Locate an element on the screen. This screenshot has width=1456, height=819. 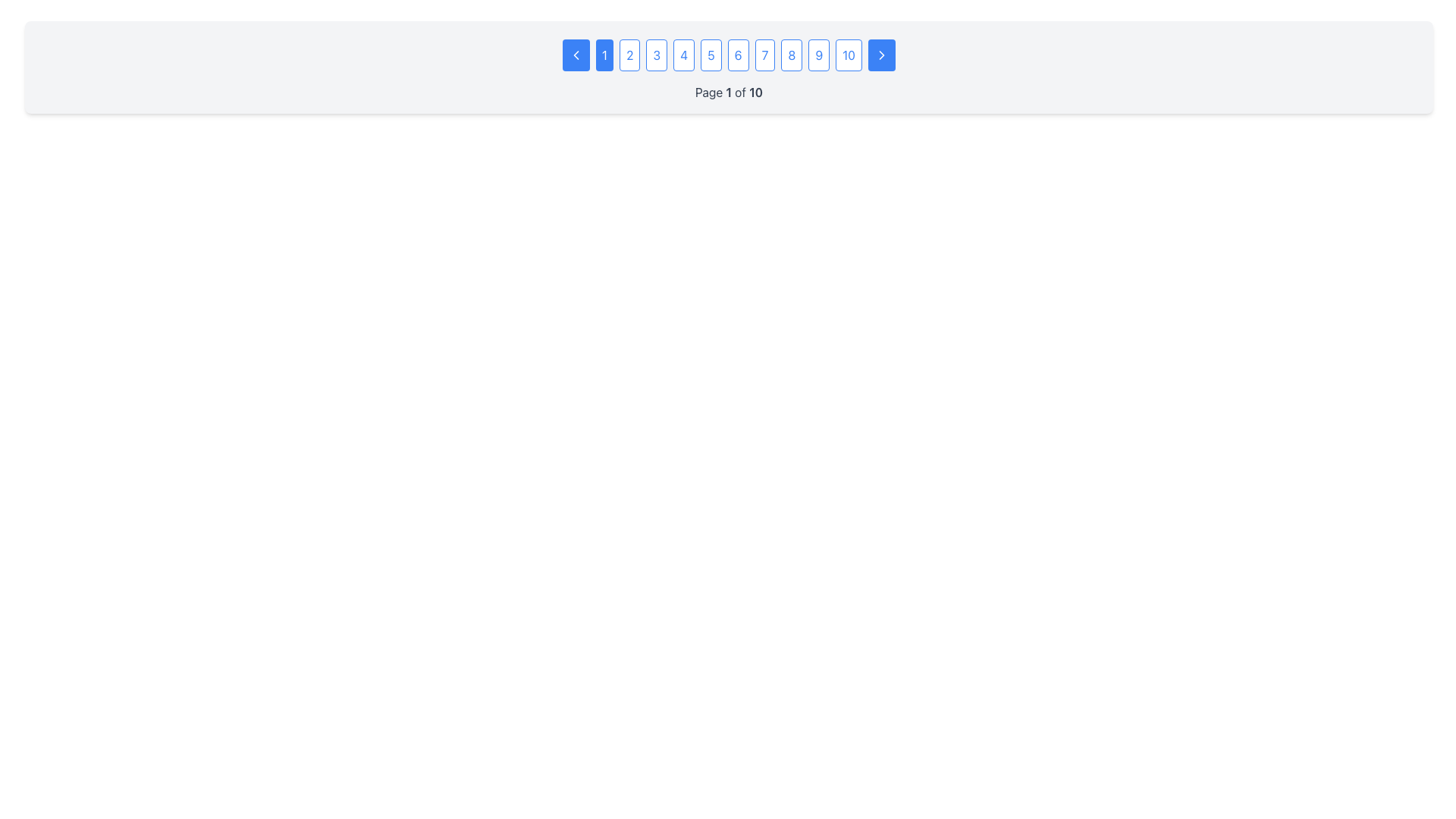
the button labeled '9' in the pagination control is located at coordinates (818, 55).